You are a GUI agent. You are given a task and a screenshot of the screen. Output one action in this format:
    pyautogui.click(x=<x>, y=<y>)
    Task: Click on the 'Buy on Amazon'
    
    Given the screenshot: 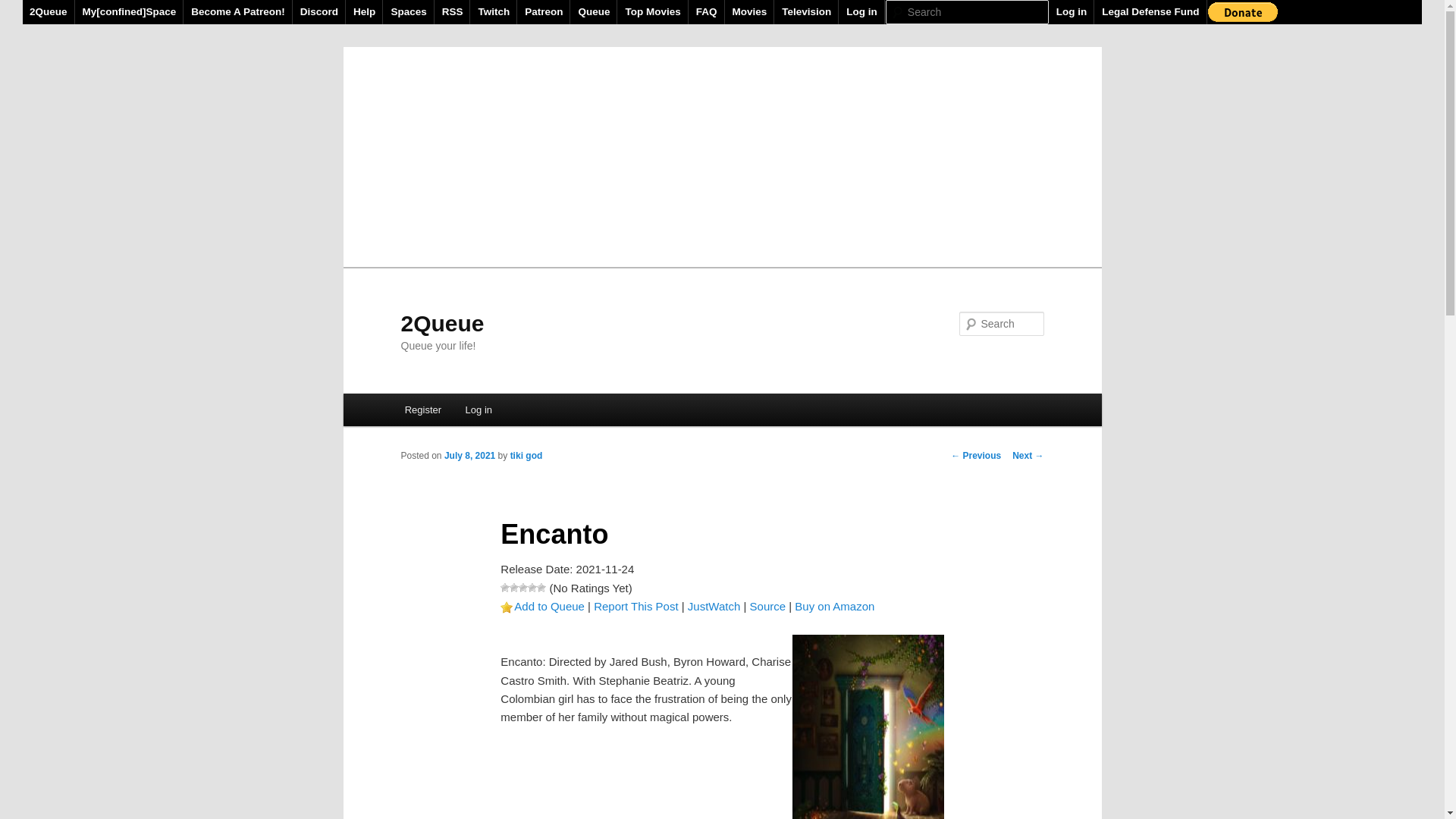 What is the action you would take?
    pyautogui.click(x=833, y=605)
    